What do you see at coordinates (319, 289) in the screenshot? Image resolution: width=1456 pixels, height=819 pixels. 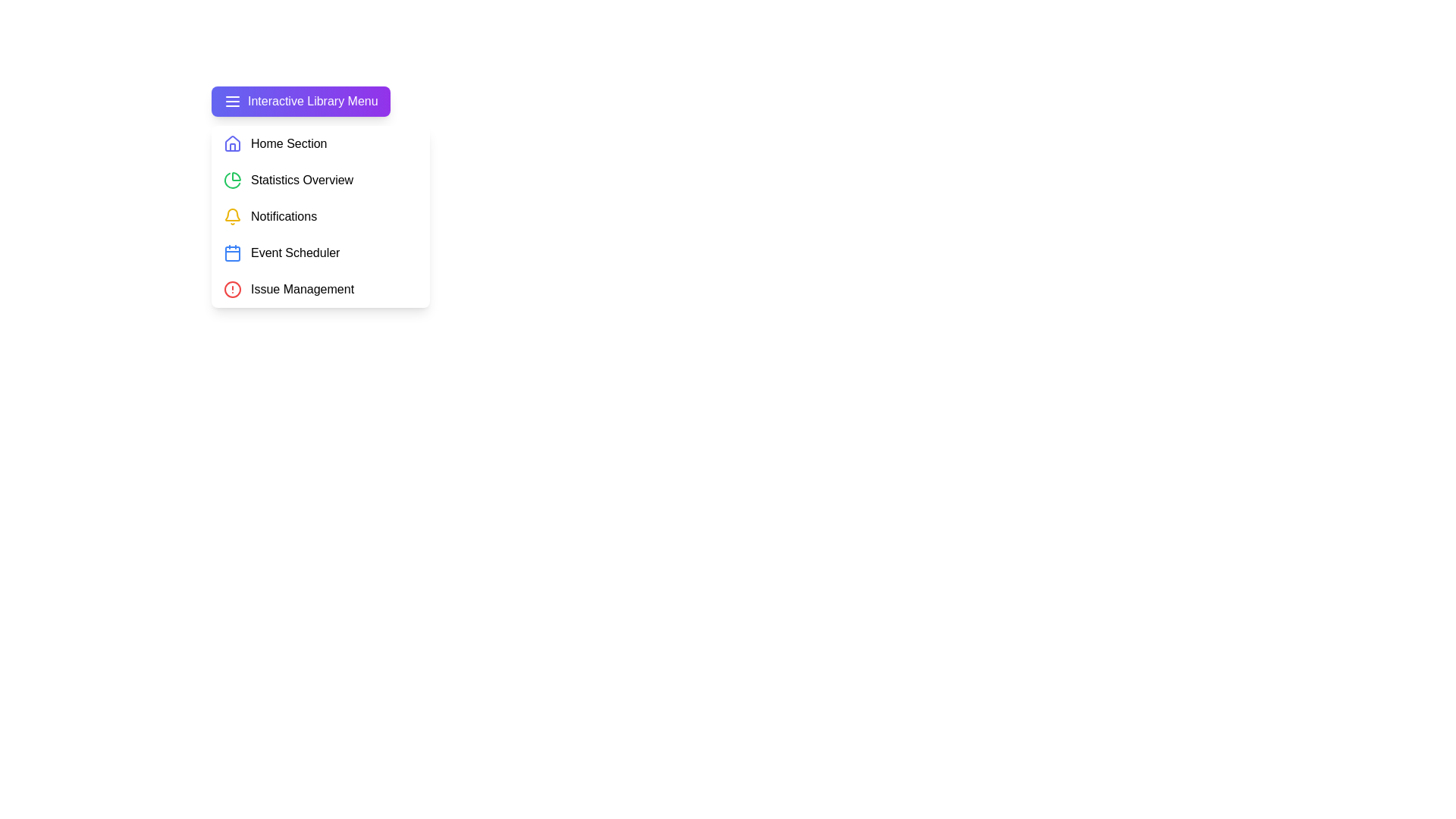 I see `the menu item Issue Management from the LibraryMenu` at bounding box center [319, 289].